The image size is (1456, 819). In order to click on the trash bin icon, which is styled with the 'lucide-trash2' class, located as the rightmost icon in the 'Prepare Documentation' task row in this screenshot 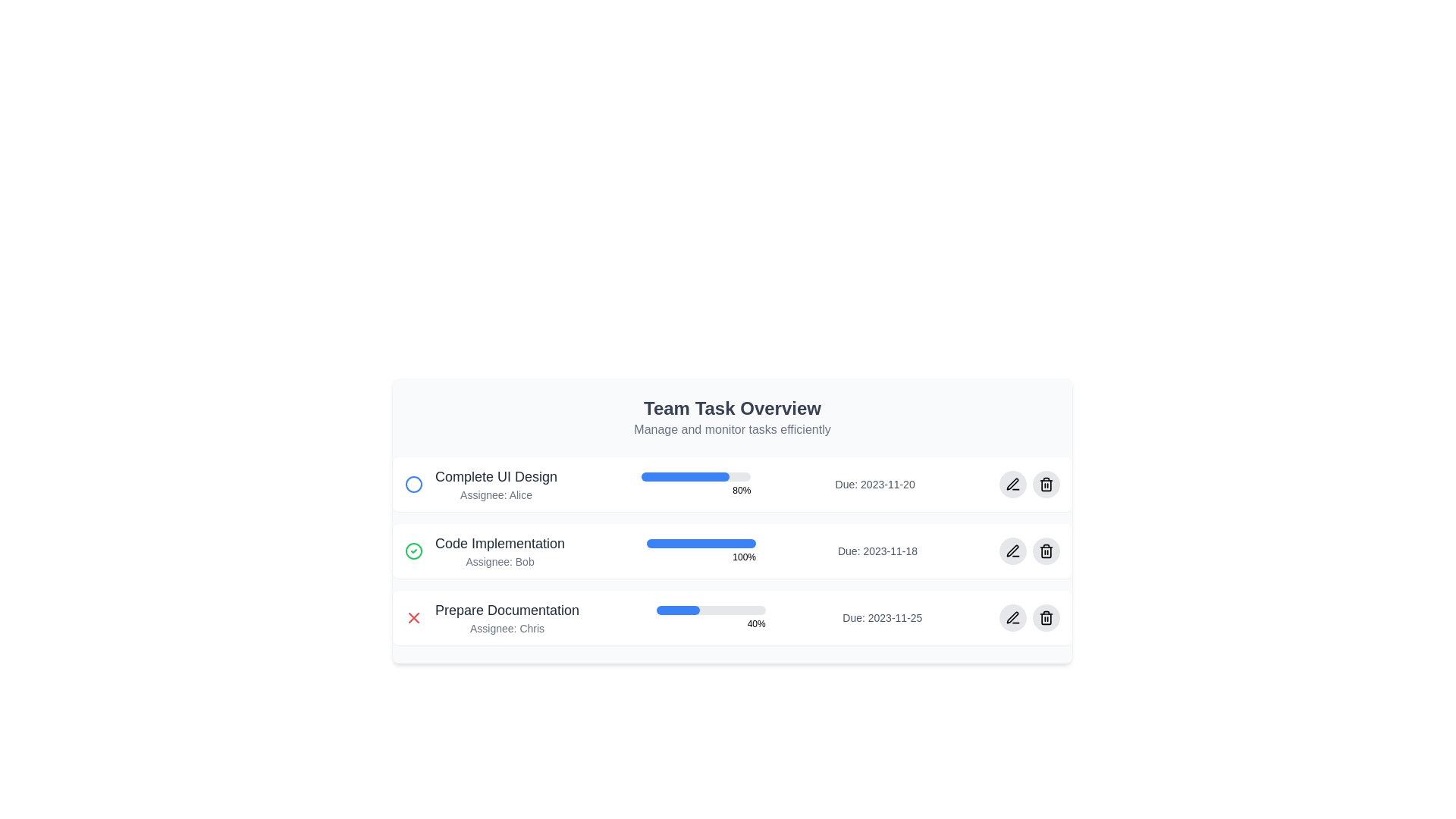, I will do `click(1045, 485)`.